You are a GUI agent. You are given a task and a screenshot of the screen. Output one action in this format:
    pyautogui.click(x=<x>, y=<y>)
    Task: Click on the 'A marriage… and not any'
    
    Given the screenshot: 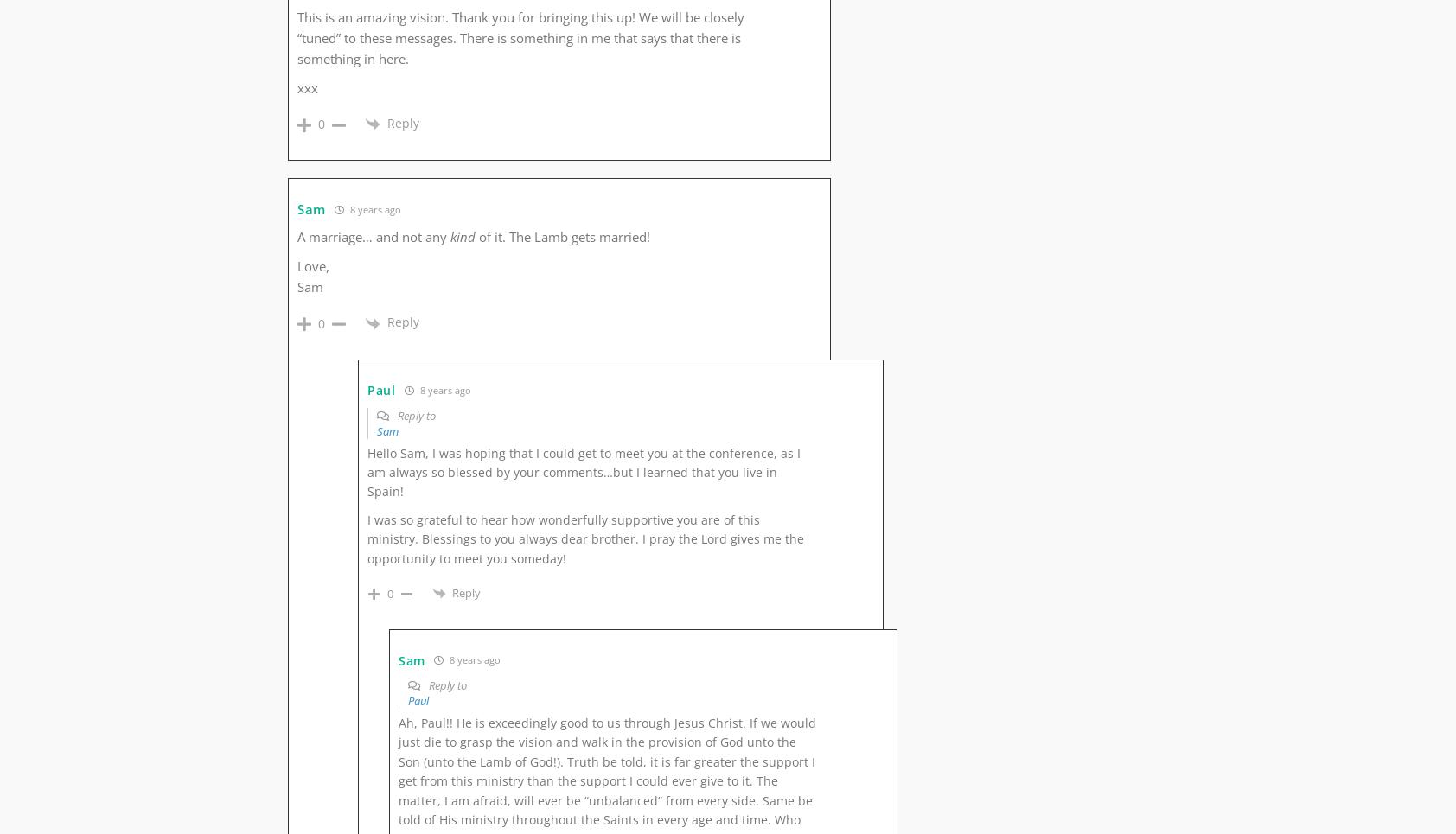 What is the action you would take?
    pyautogui.click(x=297, y=236)
    